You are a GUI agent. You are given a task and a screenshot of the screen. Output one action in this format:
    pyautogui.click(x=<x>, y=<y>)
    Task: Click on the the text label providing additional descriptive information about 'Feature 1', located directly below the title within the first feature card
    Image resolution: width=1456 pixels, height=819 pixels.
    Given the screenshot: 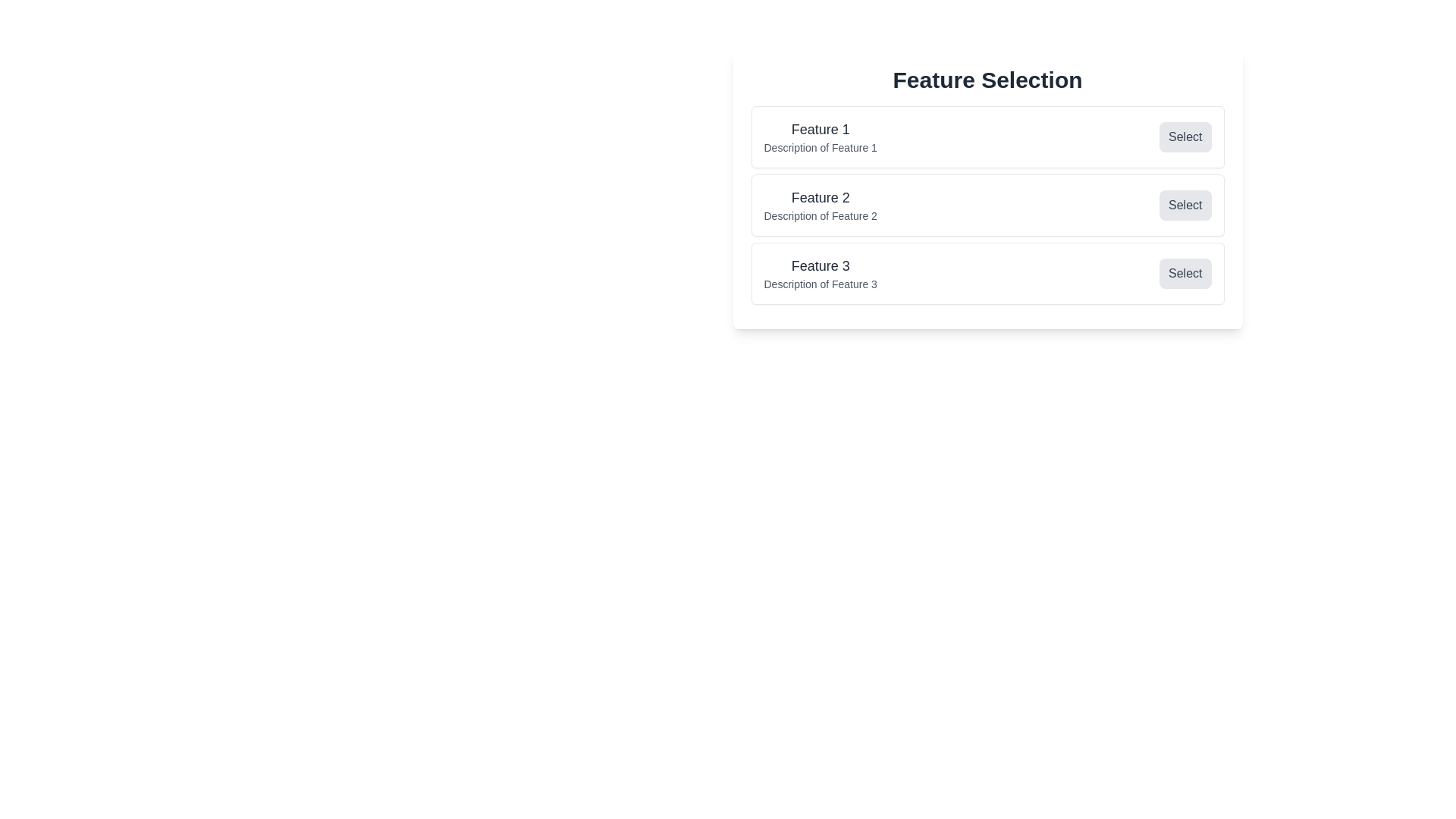 What is the action you would take?
    pyautogui.click(x=820, y=148)
    